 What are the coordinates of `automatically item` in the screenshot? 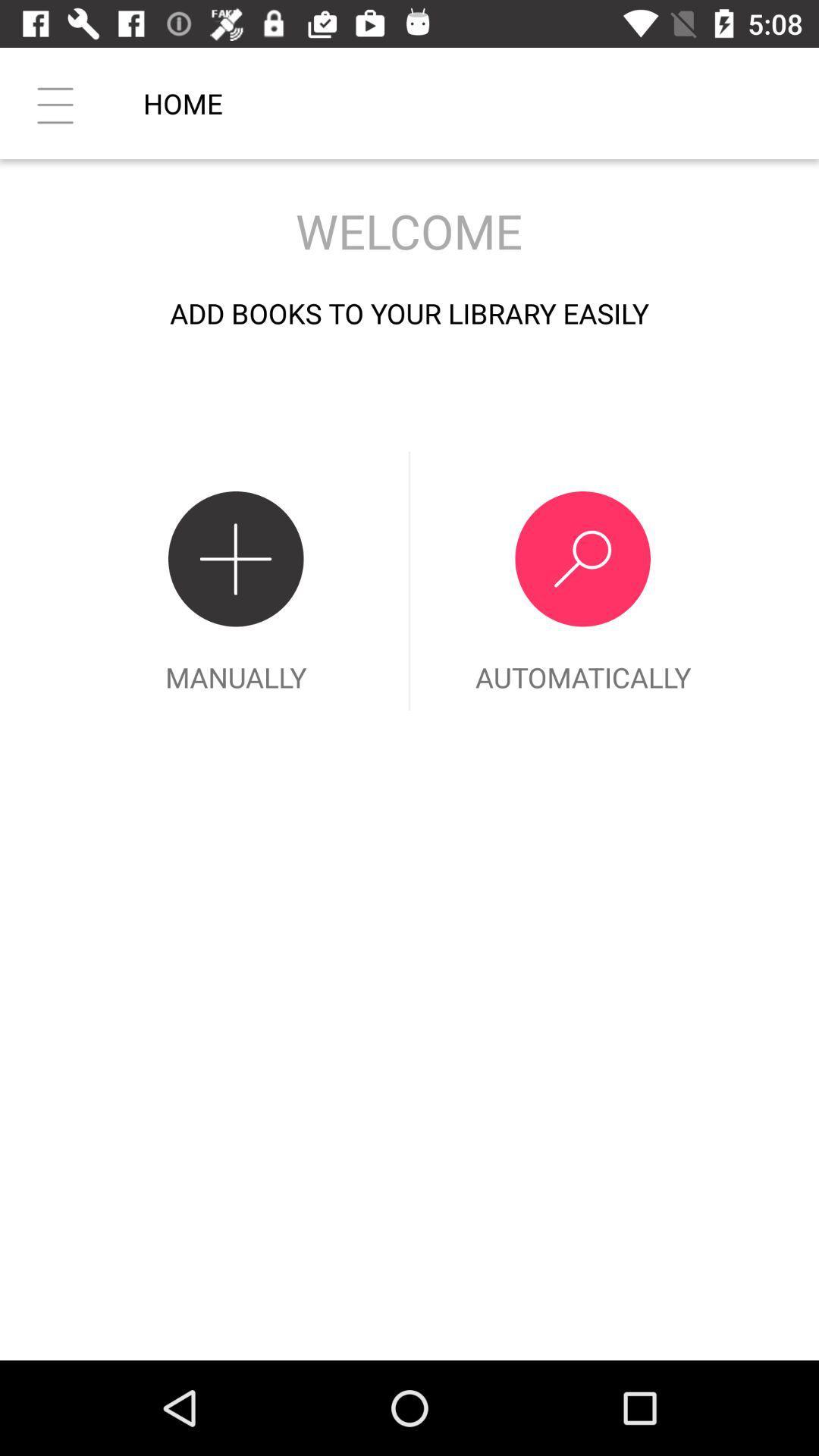 It's located at (582, 580).